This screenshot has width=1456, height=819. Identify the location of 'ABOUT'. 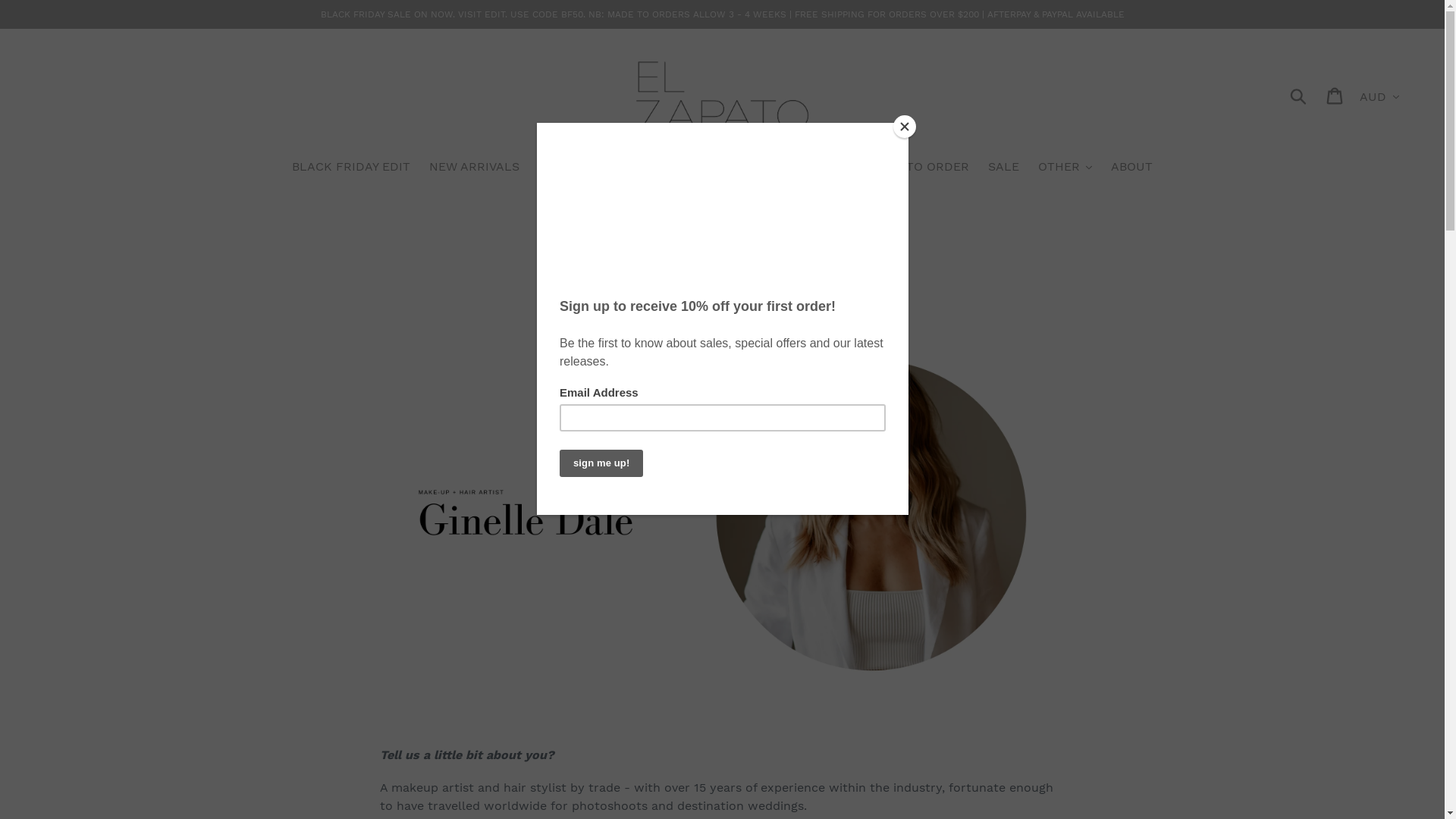
(1131, 168).